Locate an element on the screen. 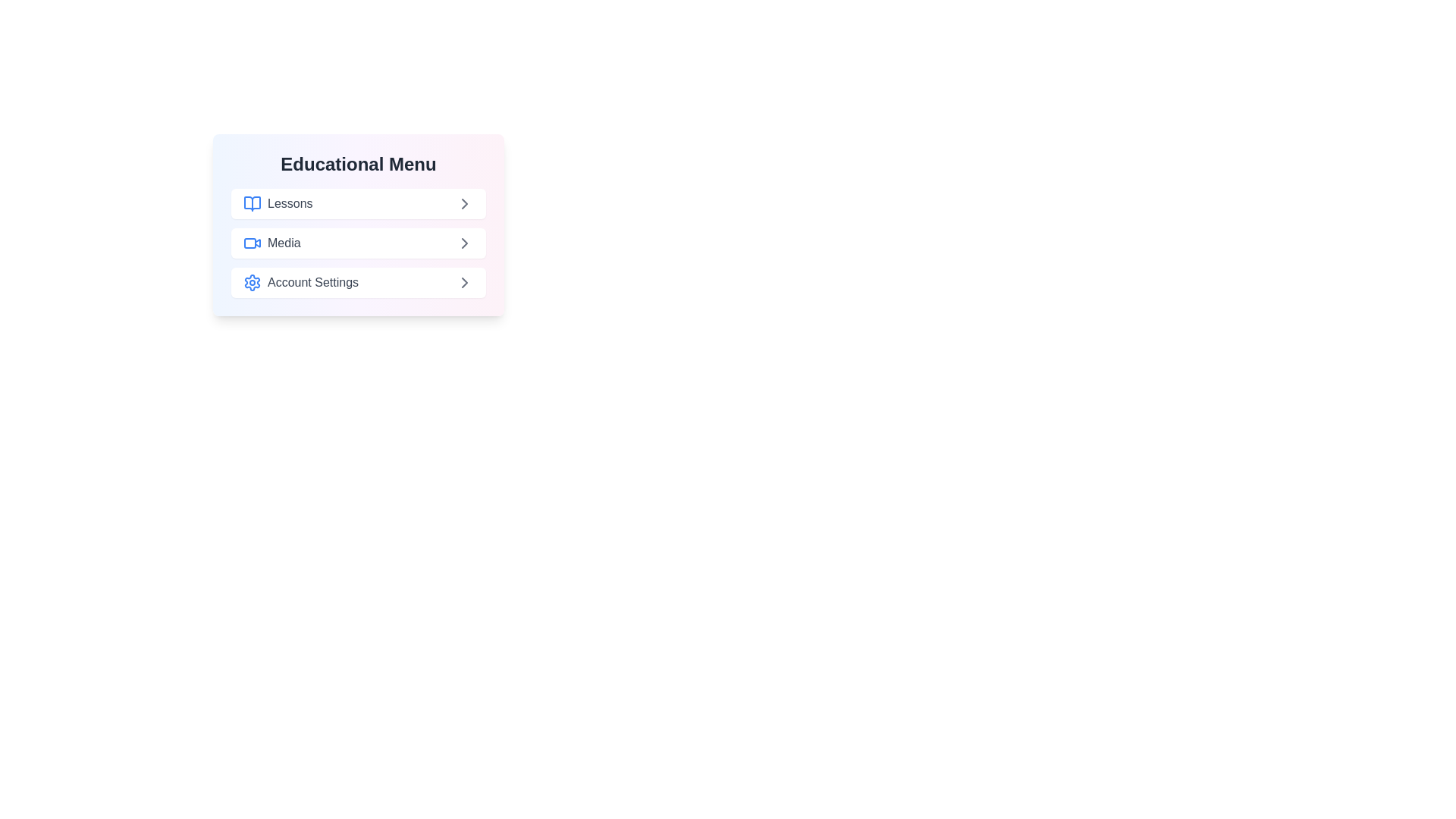  the gray arrow icon with a right-facing chevron design located at the rightmost end of the 'Media' menu item is located at coordinates (464, 242).